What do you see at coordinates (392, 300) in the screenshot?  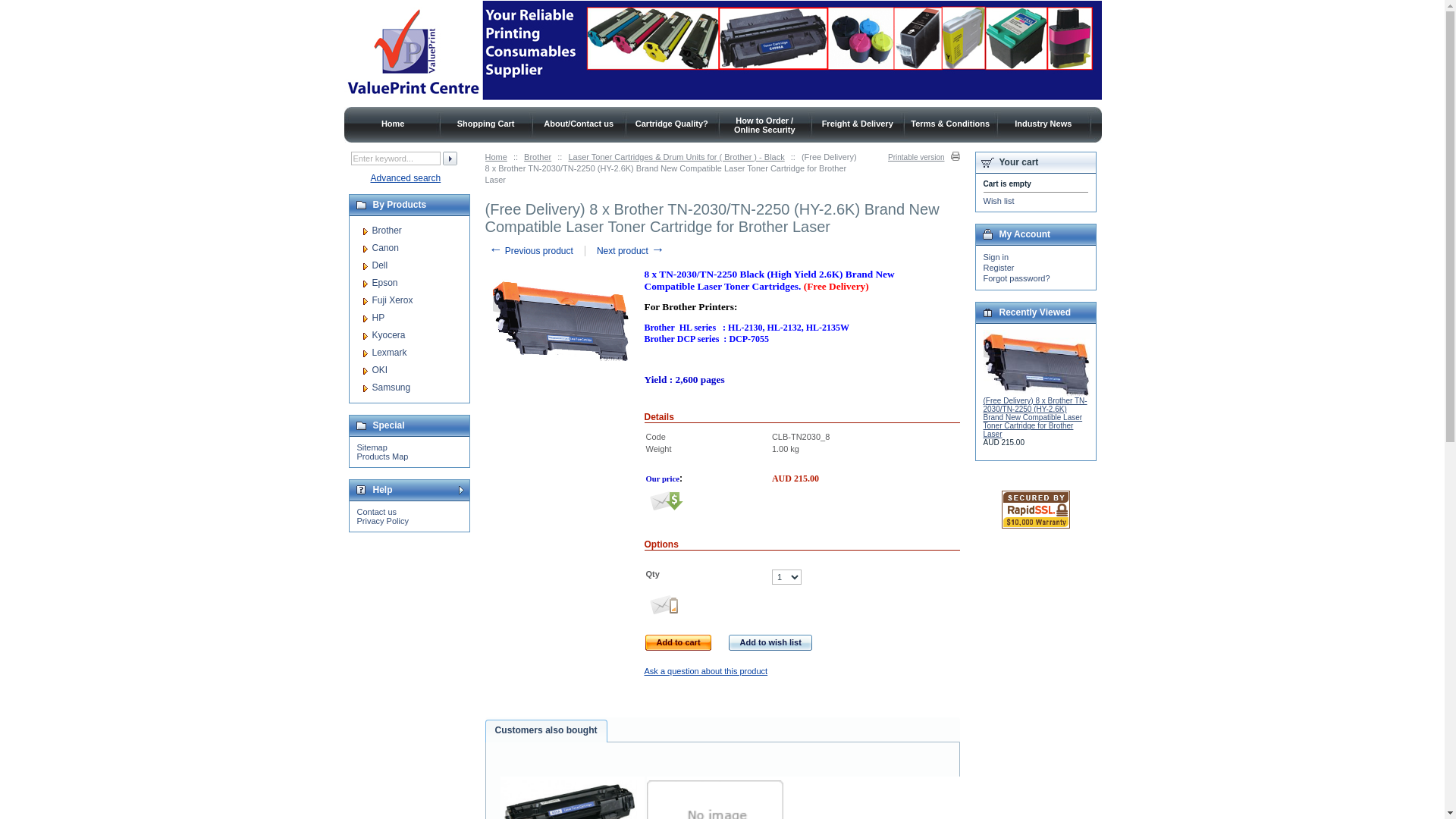 I see `'Fuji Xerox'` at bounding box center [392, 300].